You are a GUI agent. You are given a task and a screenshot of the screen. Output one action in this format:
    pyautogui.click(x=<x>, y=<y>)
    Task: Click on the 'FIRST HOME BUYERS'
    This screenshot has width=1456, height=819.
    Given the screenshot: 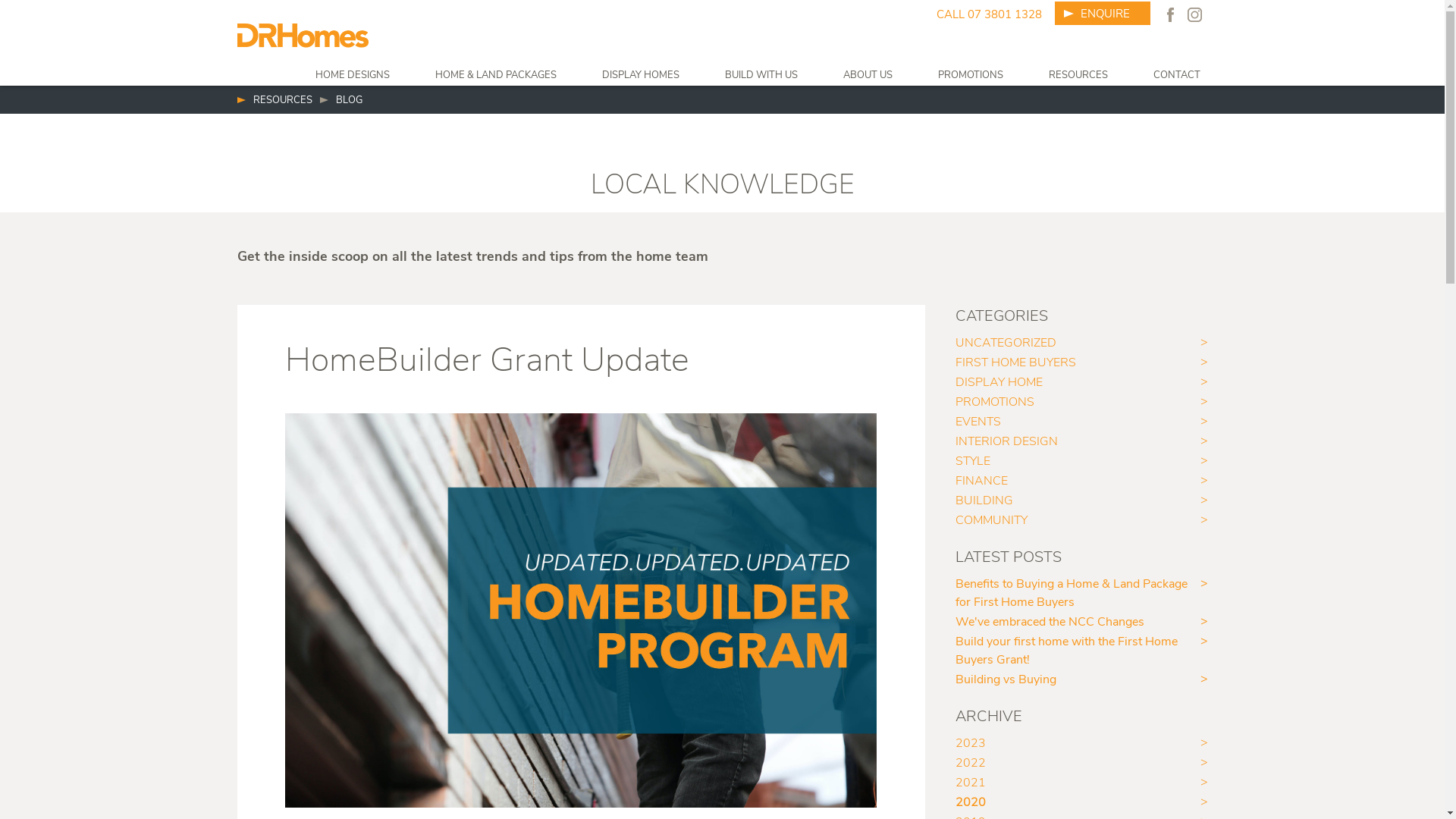 What is the action you would take?
    pyautogui.click(x=1080, y=362)
    